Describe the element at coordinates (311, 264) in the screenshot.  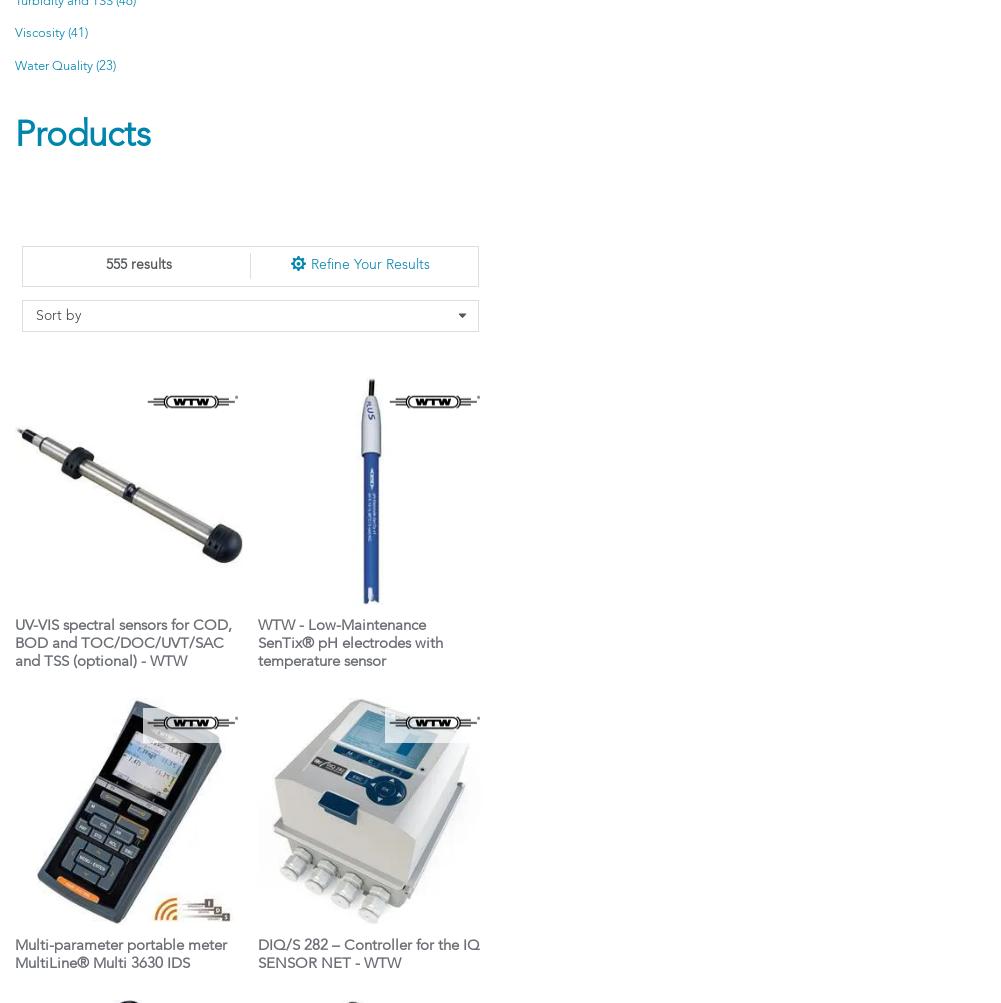
I see `'Refine Your Results'` at that location.